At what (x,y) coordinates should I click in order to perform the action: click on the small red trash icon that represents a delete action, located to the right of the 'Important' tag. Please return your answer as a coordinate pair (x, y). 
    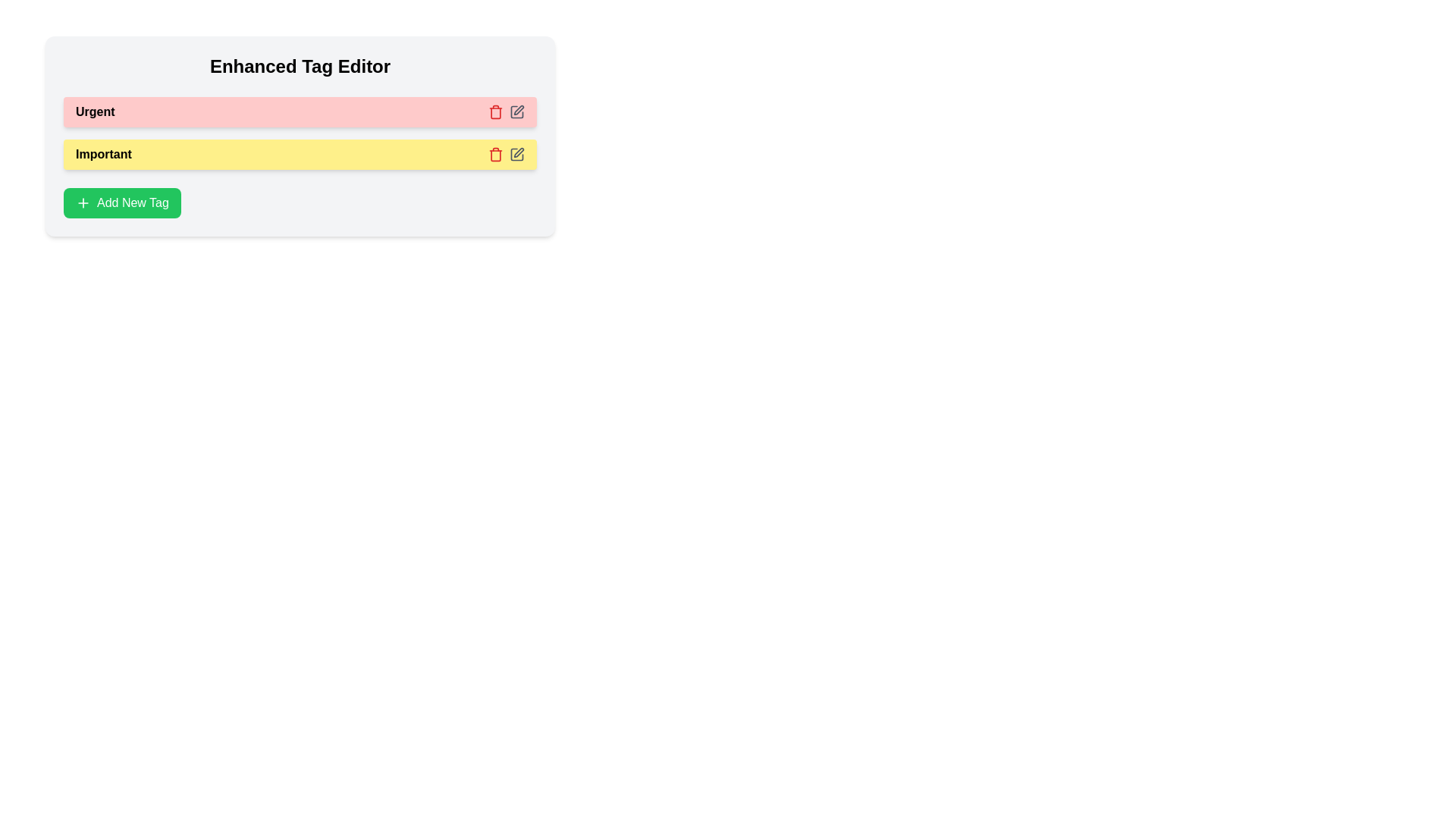
    Looking at the image, I should click on (495, 155).